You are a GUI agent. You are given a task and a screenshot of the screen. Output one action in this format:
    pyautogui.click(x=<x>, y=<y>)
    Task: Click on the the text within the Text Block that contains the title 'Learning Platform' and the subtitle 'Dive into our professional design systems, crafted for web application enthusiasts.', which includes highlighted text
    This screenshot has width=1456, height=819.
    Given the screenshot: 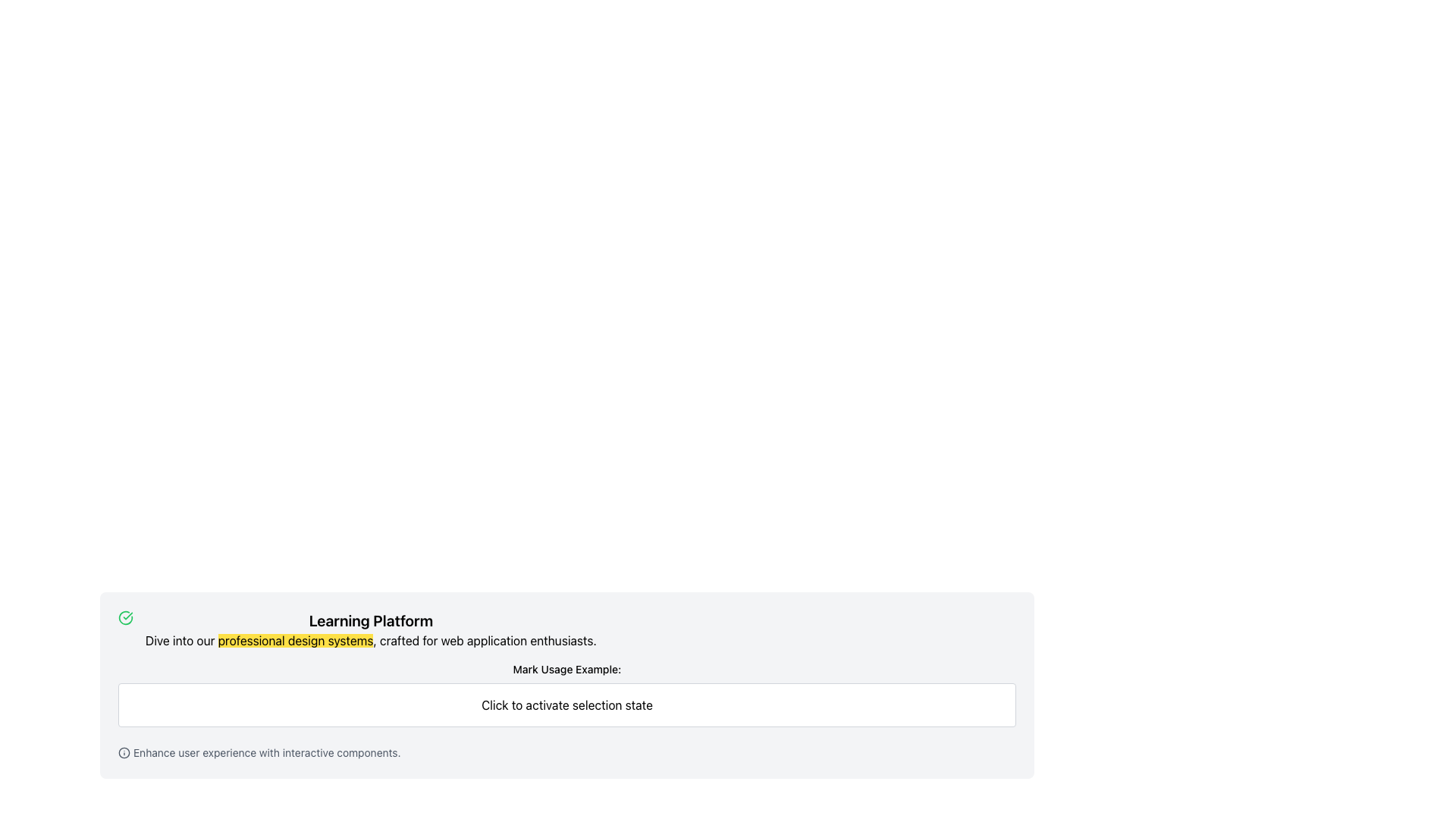 What is the action you would take?
    pyautogui.click(x=371, y=629)
    